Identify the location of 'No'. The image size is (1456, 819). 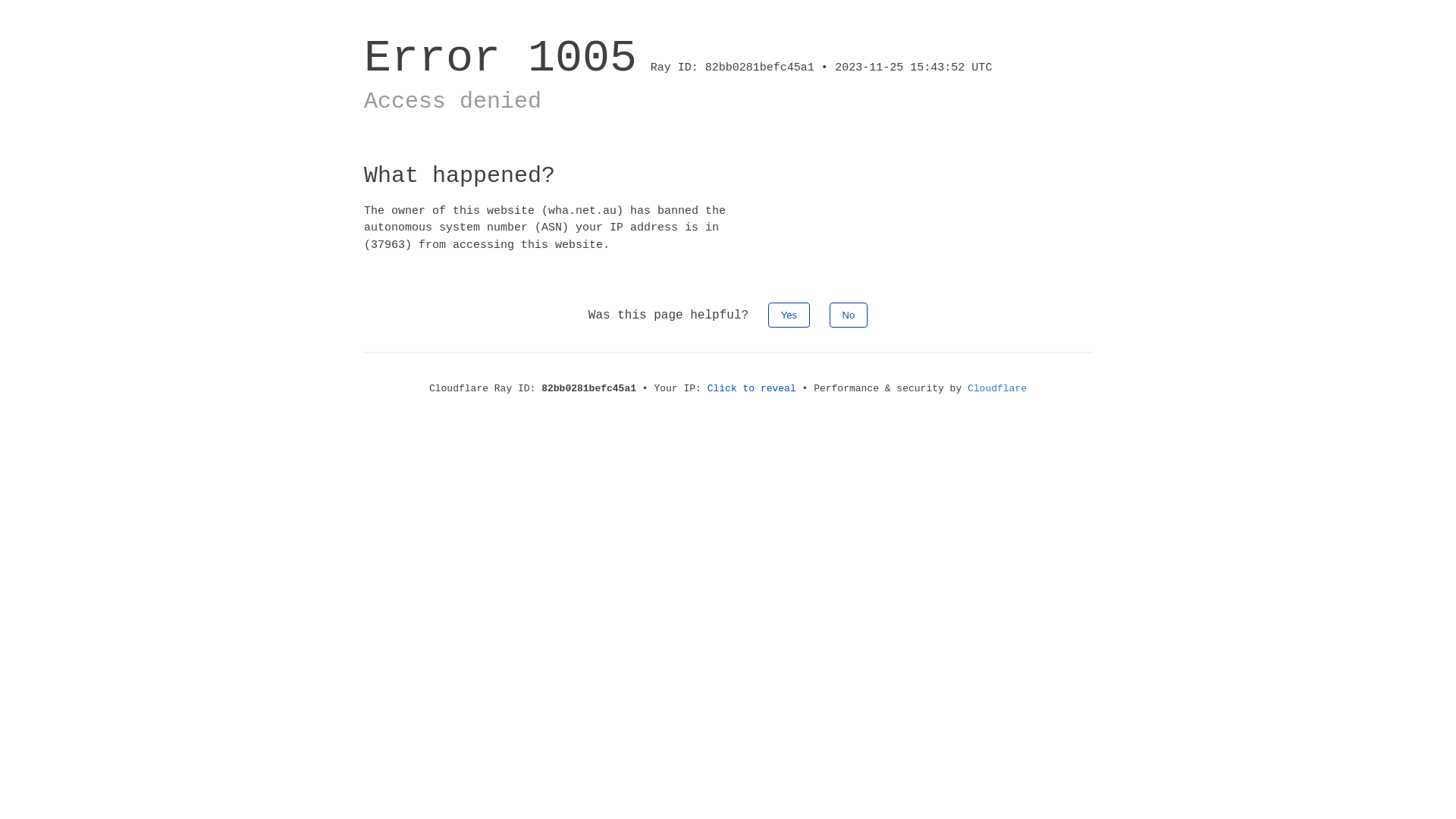
(829, 314).